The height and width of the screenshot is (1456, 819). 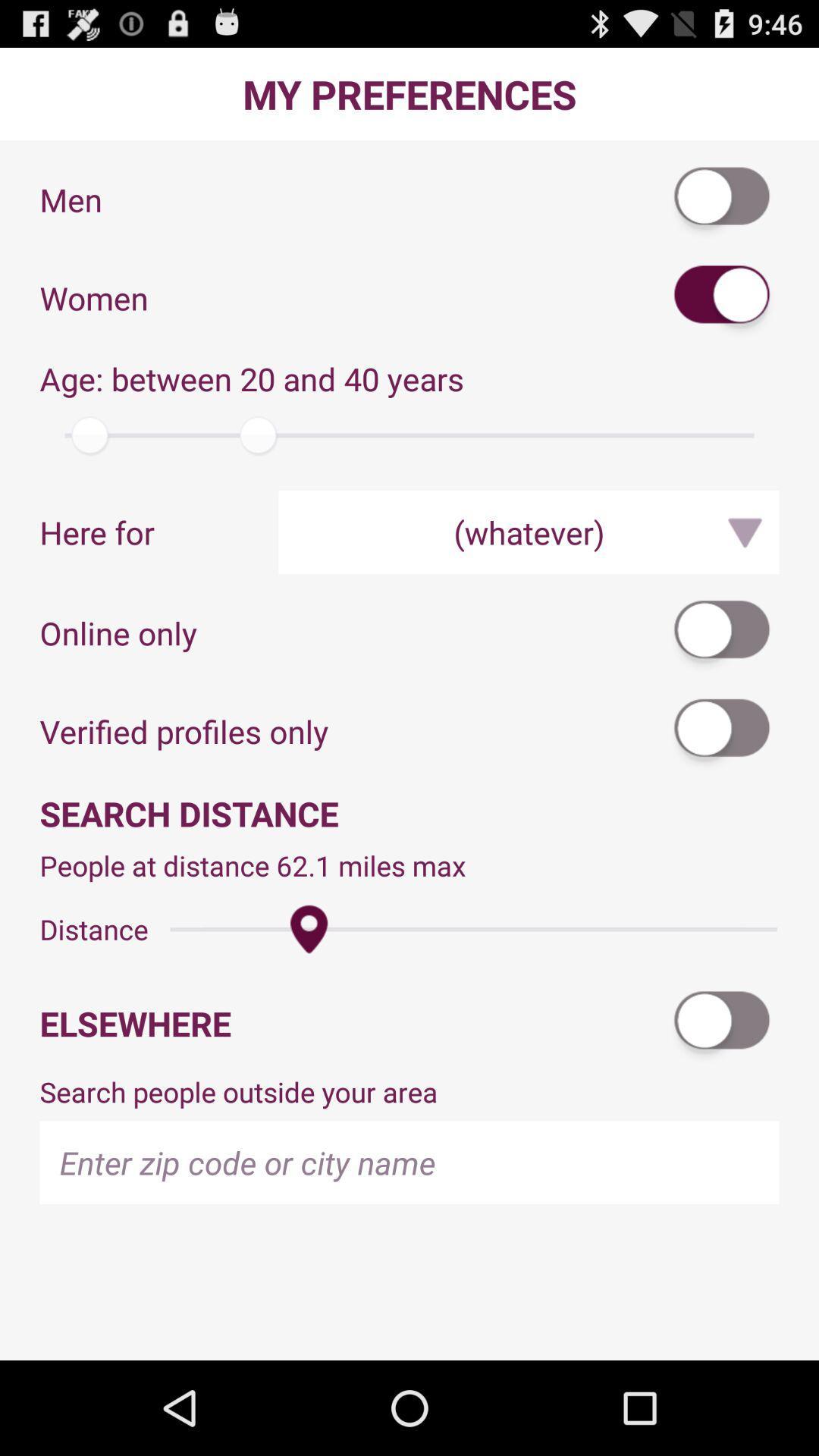 I want to click on the icon next to elsewhere icon, so click(x=722, y=1023).